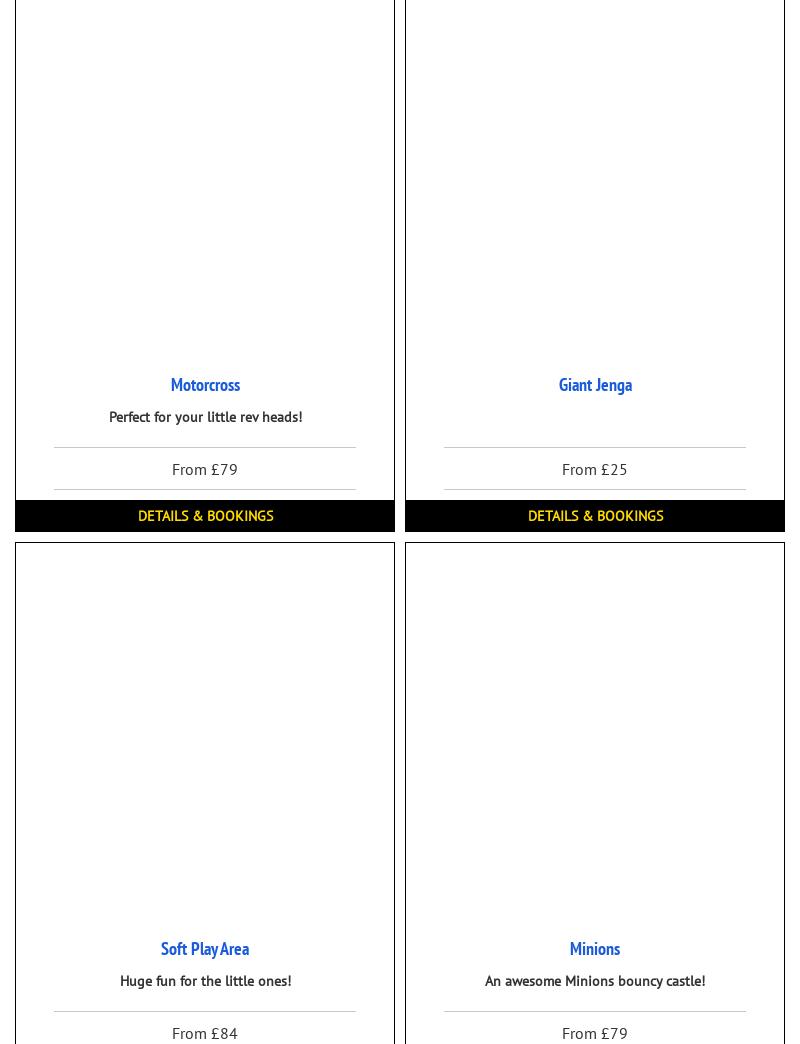  Describe the element at coordinates (169, 384) in the screenshot. I see `'Motorcross'` at that location.